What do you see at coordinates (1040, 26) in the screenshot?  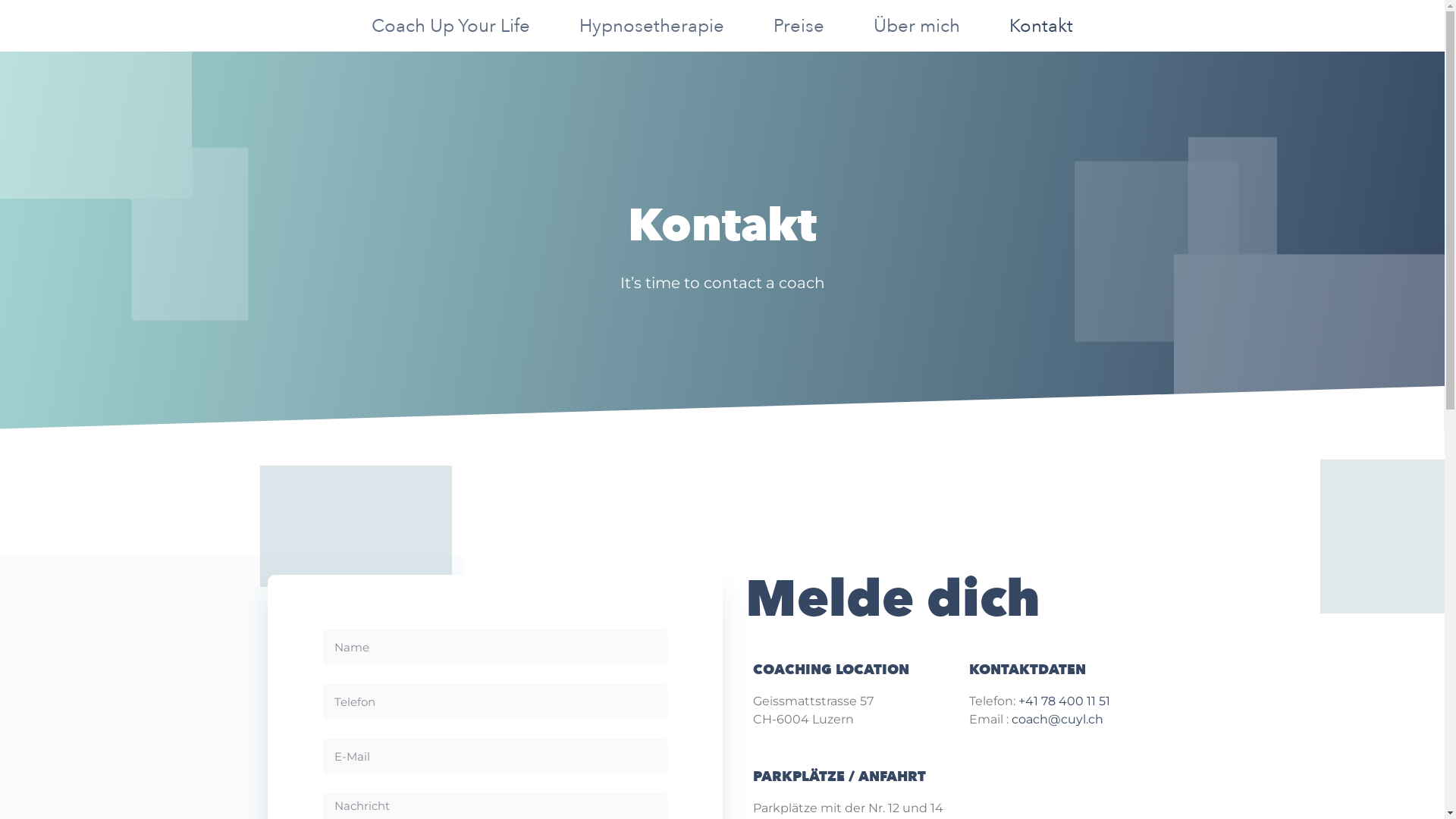 I see `'Kontakt'` at bounding box center [1040, 26].